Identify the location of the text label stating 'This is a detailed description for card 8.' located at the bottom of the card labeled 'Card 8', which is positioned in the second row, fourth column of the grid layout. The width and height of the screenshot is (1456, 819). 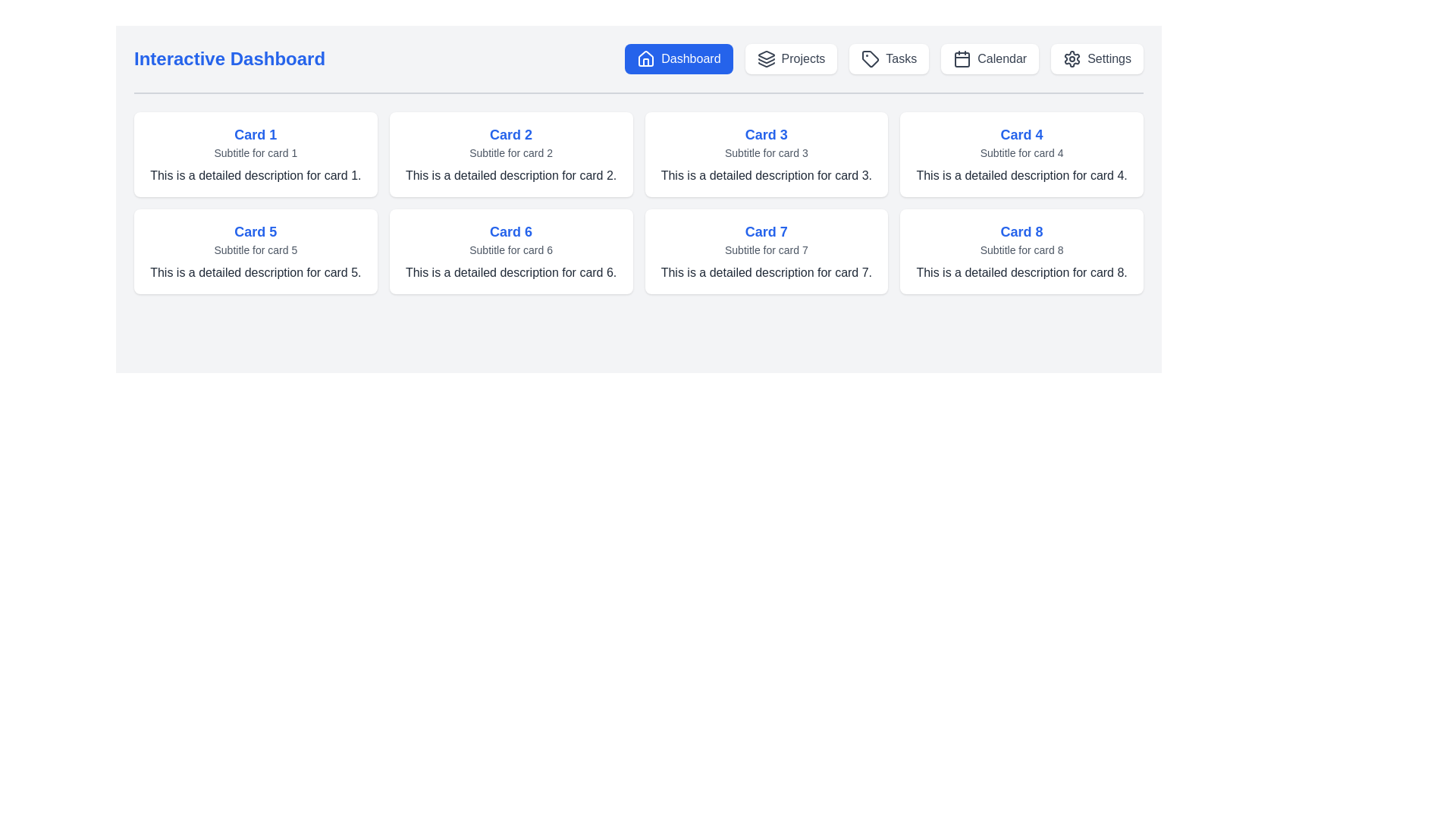
(1021, 271).